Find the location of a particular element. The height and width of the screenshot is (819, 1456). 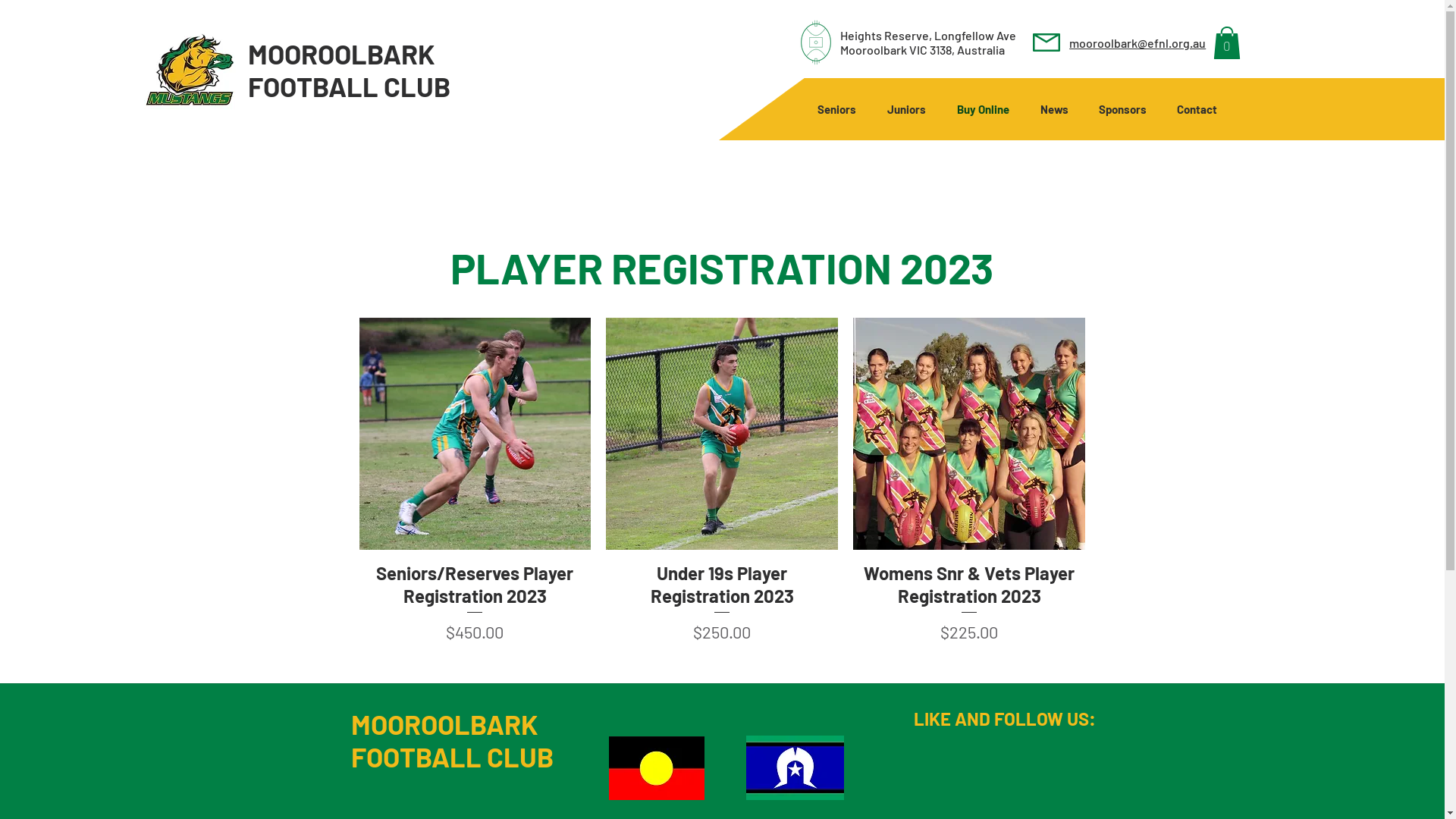

'News' is located at coordinates (1025, 108).